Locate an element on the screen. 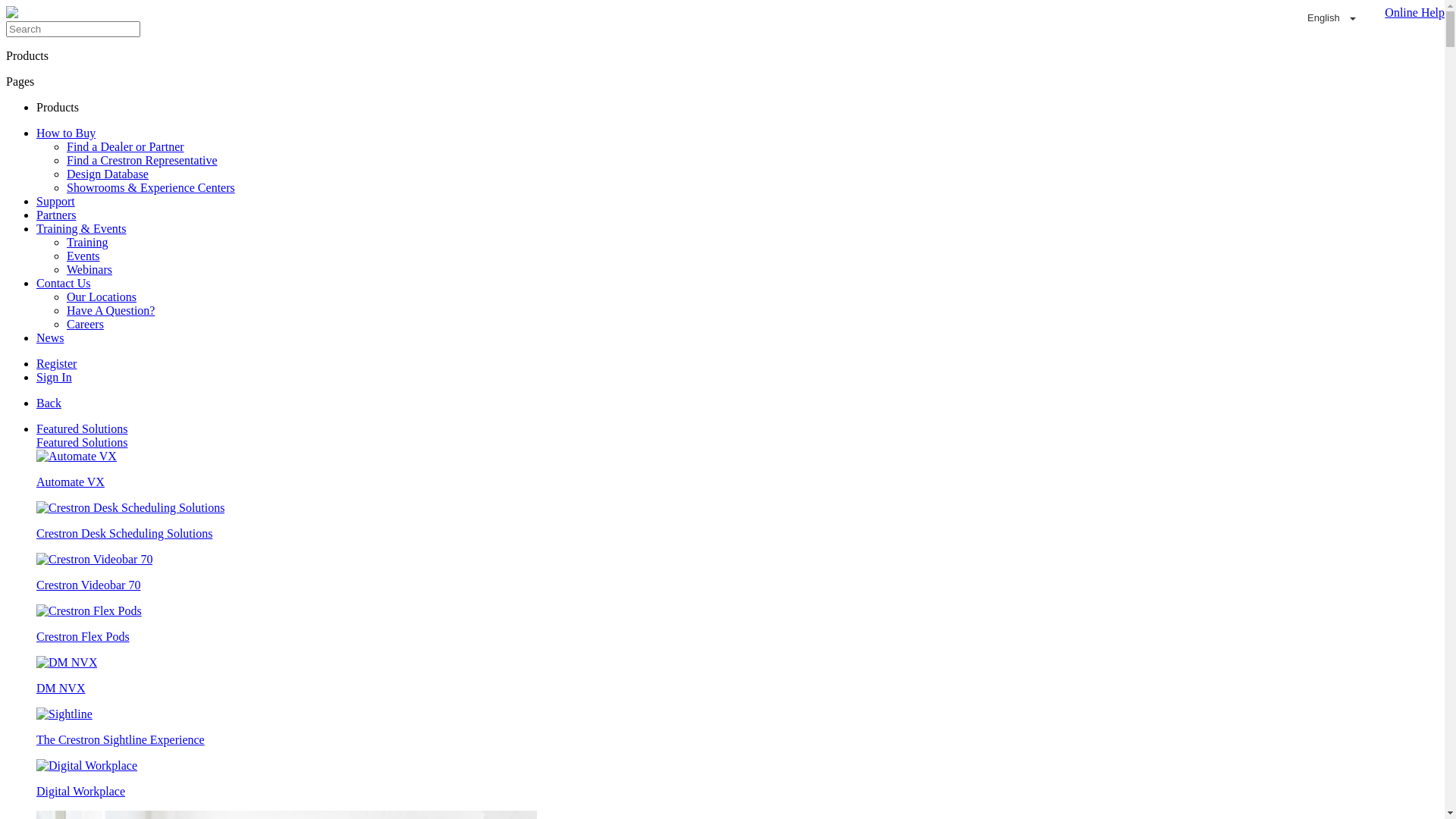  'Careers' is located at coordinates (84, 323).